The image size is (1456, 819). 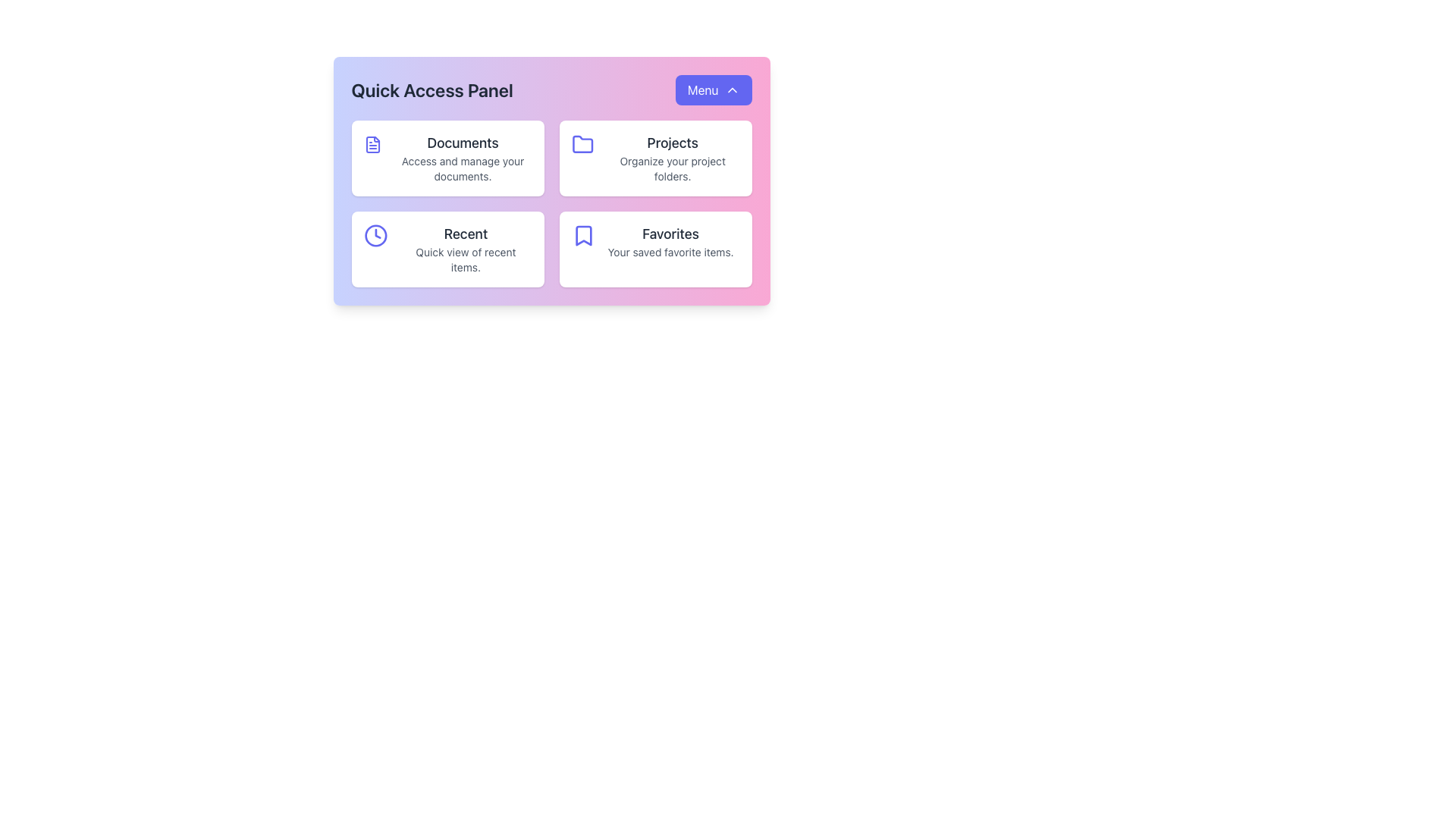 I want to click on the outer circular part of the clock icon located in the bottom-left card of the Quick Access Panel, which is directly above the text labeled 'Recent', so click(x=375, y=236).